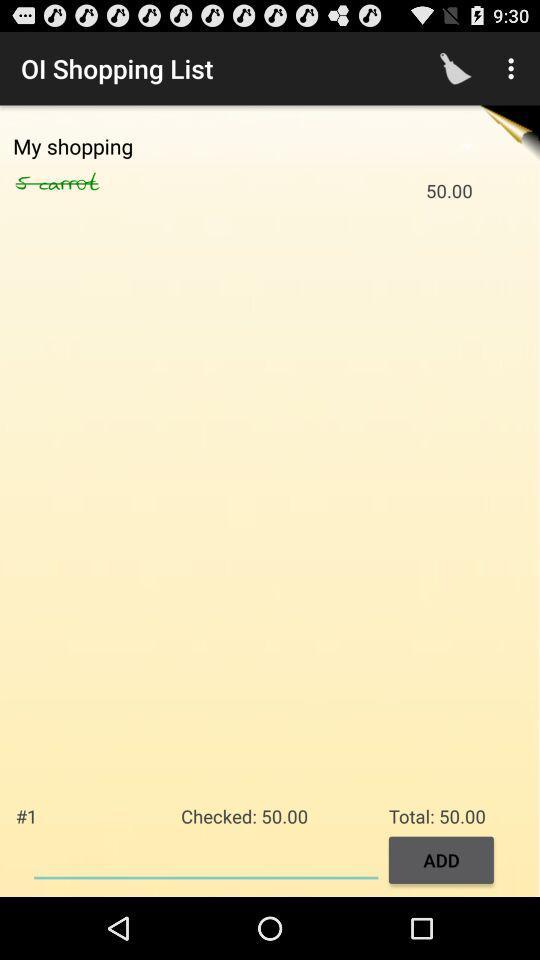 The width and height of the screenshot is (540, 960). I want to click on the icon above the #1 item, so click(90, 183).